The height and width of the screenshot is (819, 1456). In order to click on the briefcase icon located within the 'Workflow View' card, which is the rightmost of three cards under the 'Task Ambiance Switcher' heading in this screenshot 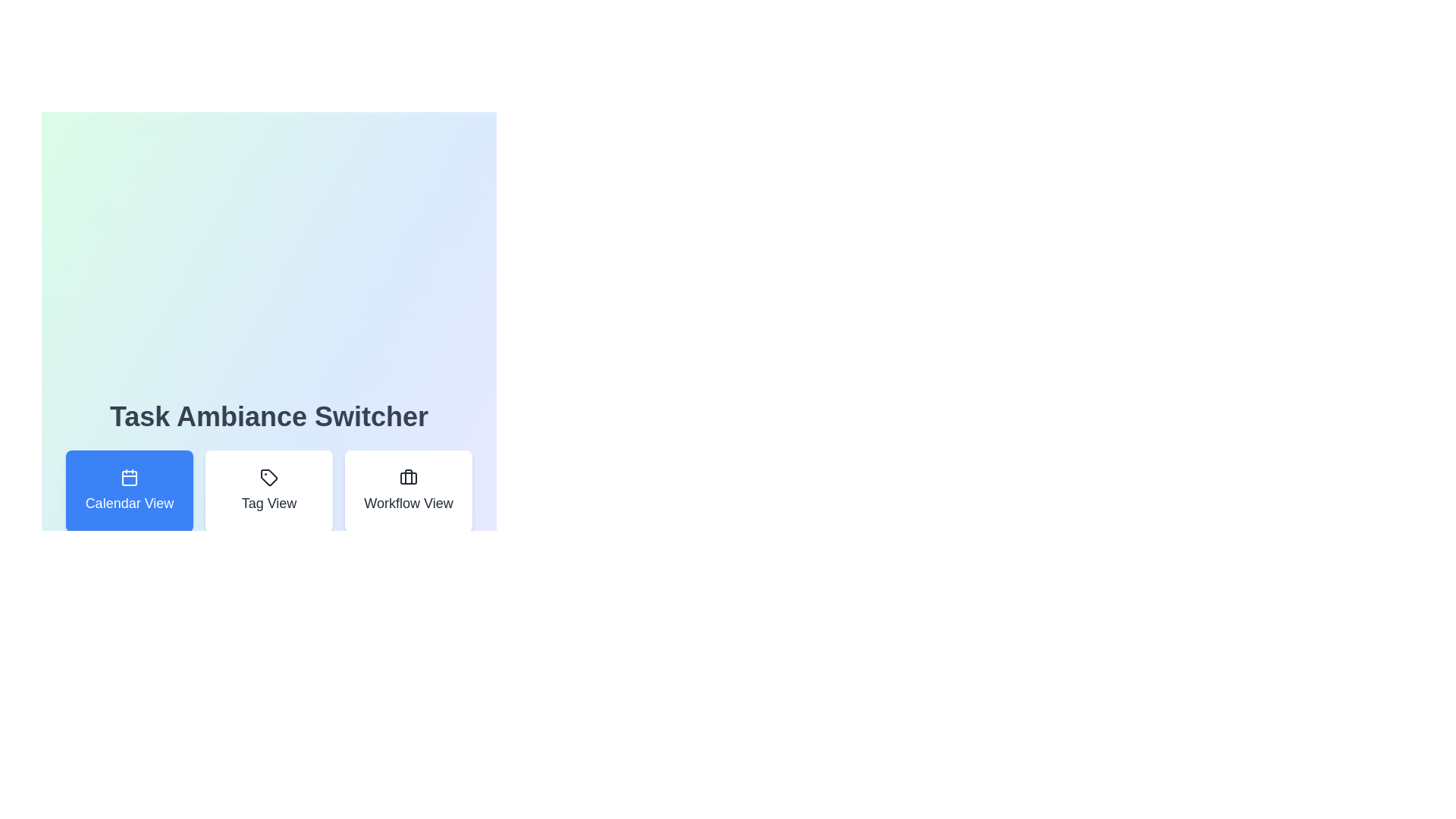, I will do `click(408, 476)`.